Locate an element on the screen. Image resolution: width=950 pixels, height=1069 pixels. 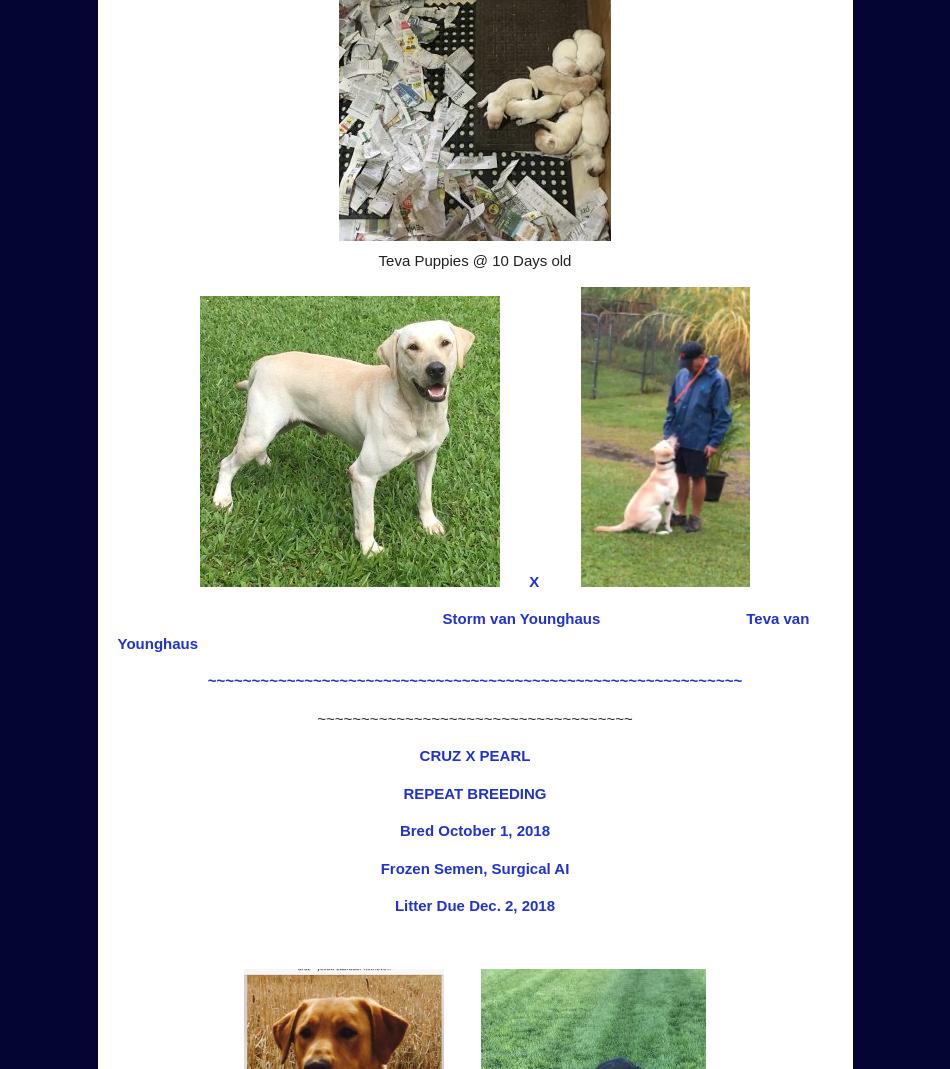
'X' is located at coordinates (535, 580).